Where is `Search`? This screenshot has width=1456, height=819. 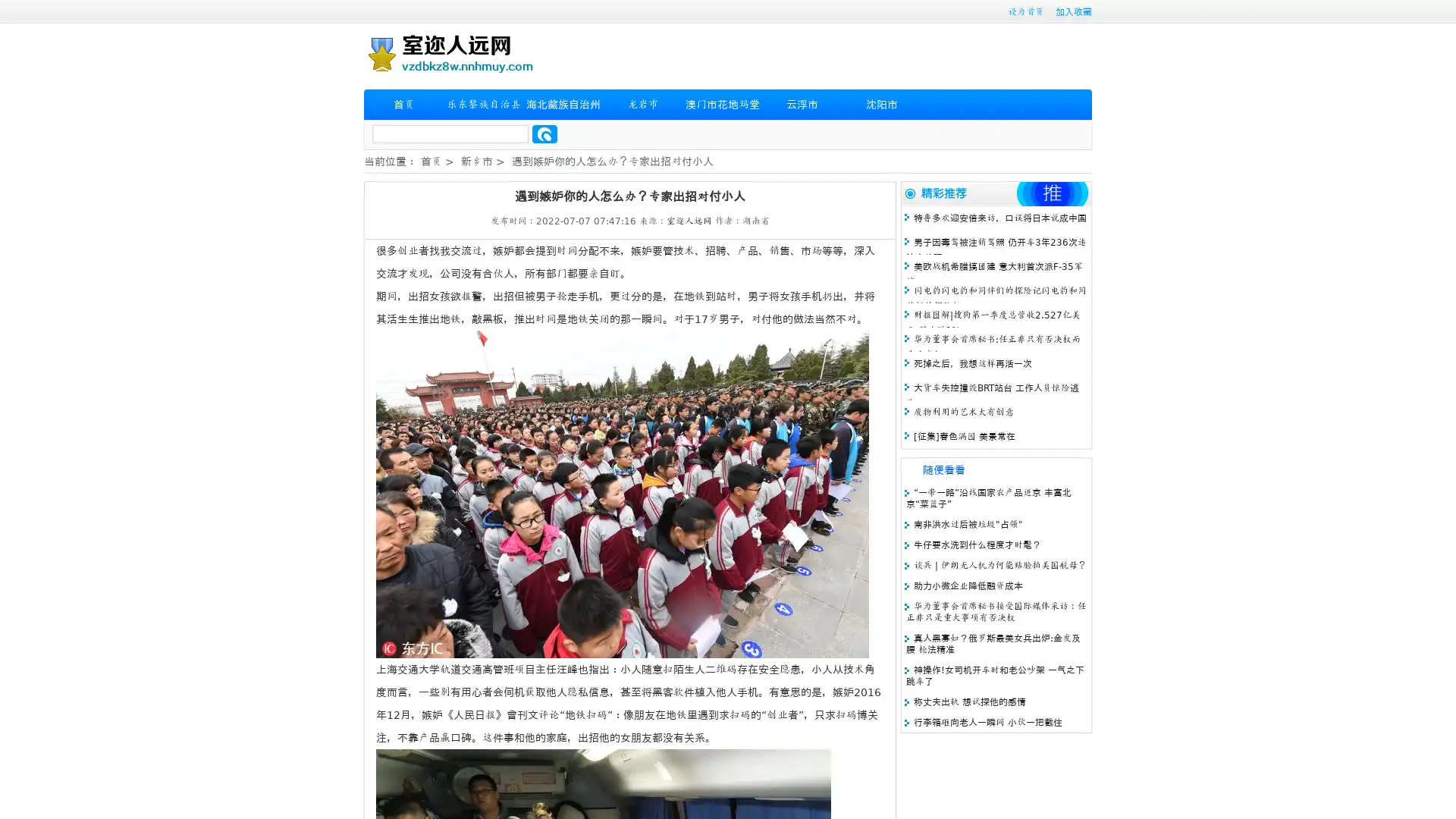
Search is located at coordinates (544, 133).